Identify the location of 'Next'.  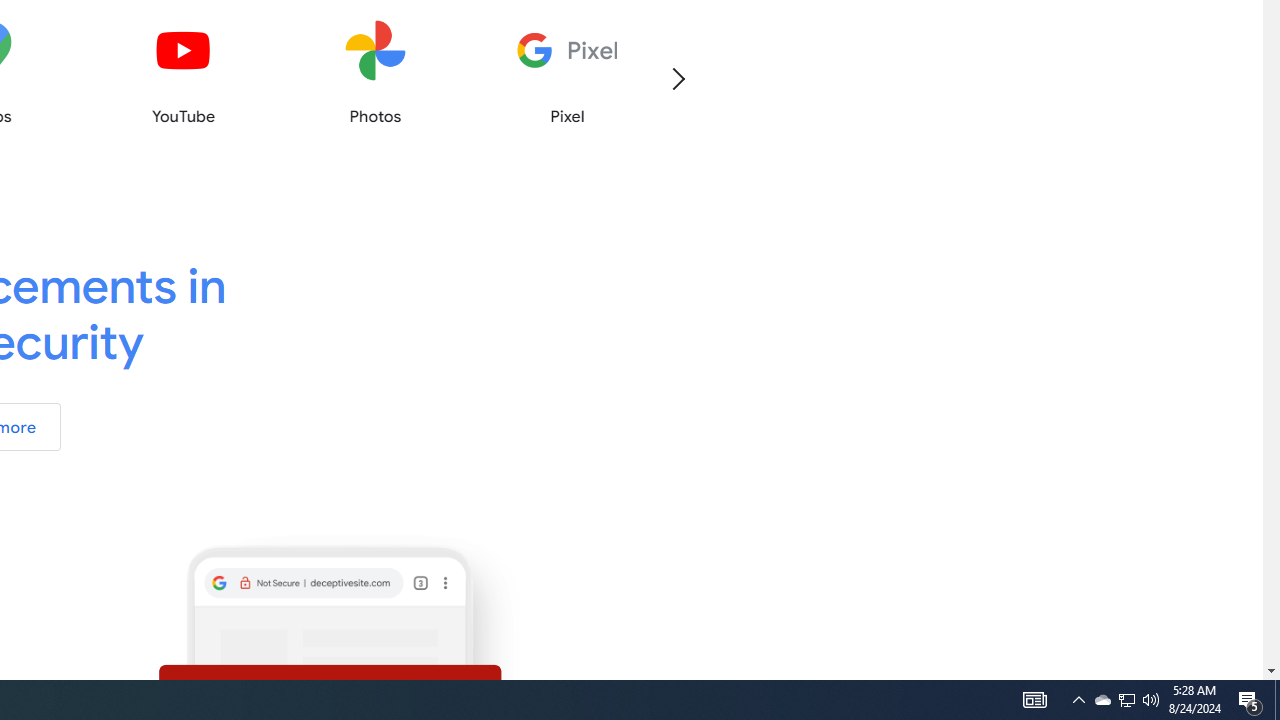
(677, 77).